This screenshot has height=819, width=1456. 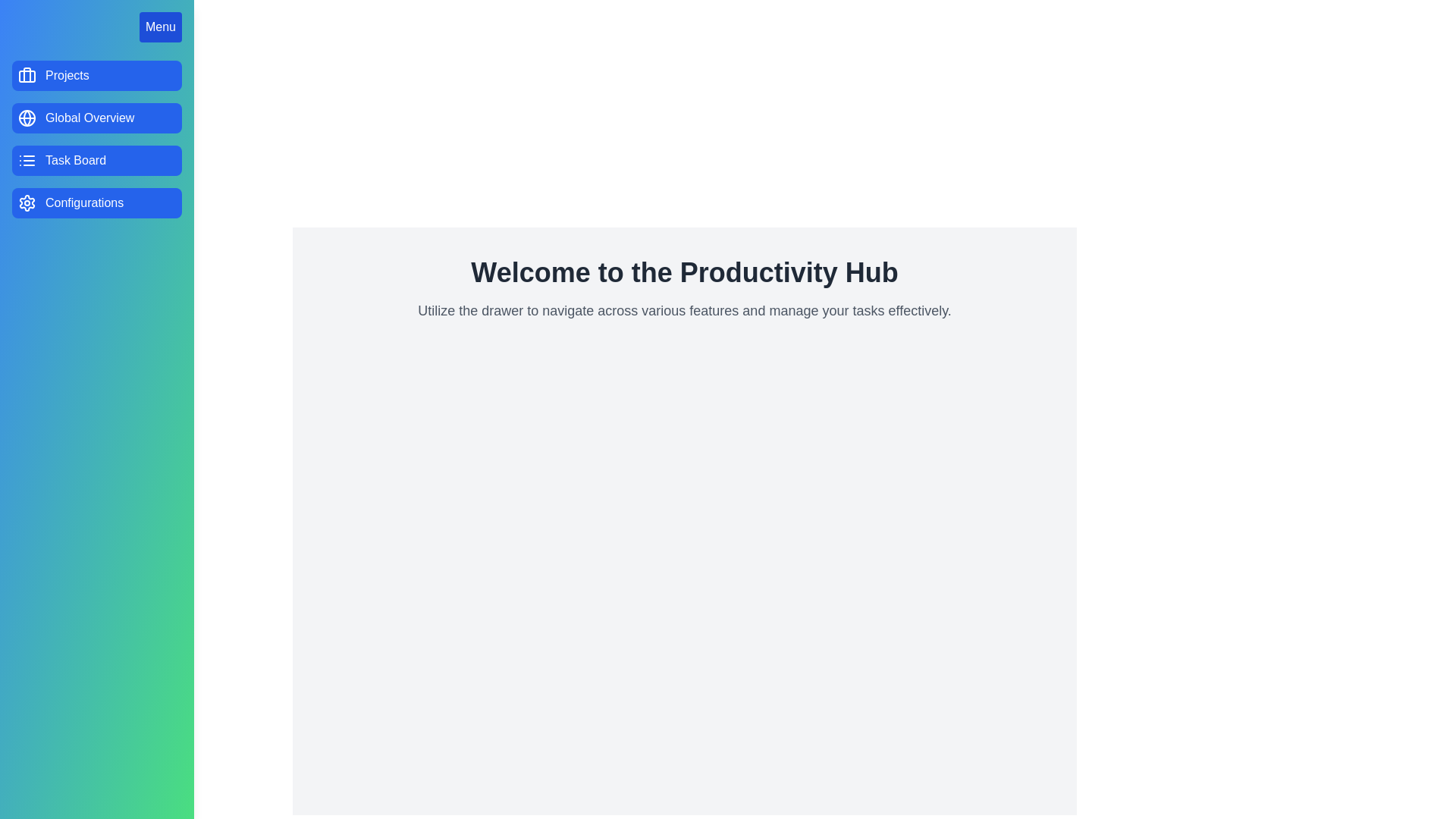 What do you see at coordinates (96, 76) in the screenshot?
I see `the menu option Projects to provide visual feedback` at bounding box center [96, 76].